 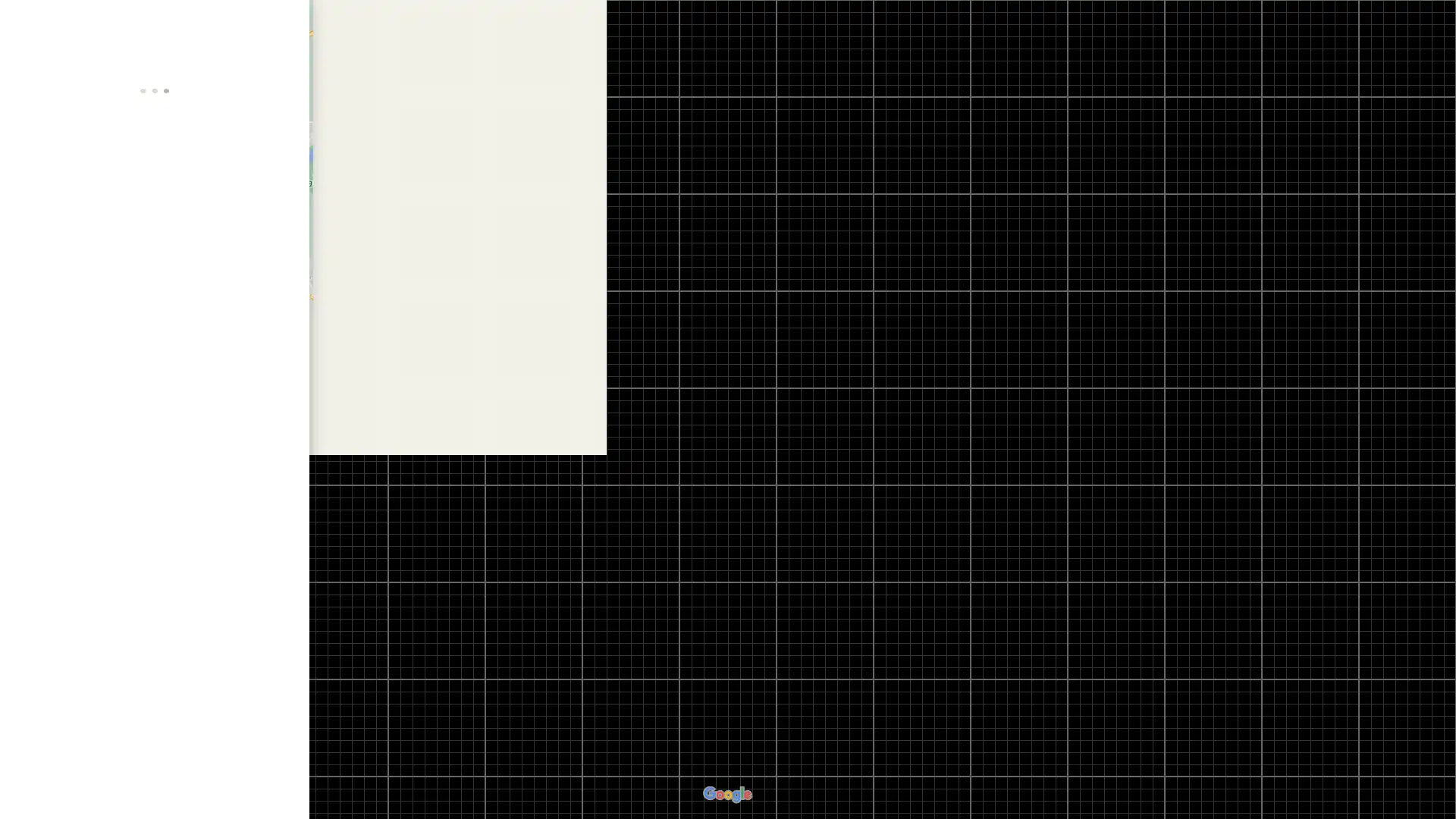 What do you see at coordinates (55, 228) in the screenshot?
I see `3.0 stars` at bounding box center [55, 228].